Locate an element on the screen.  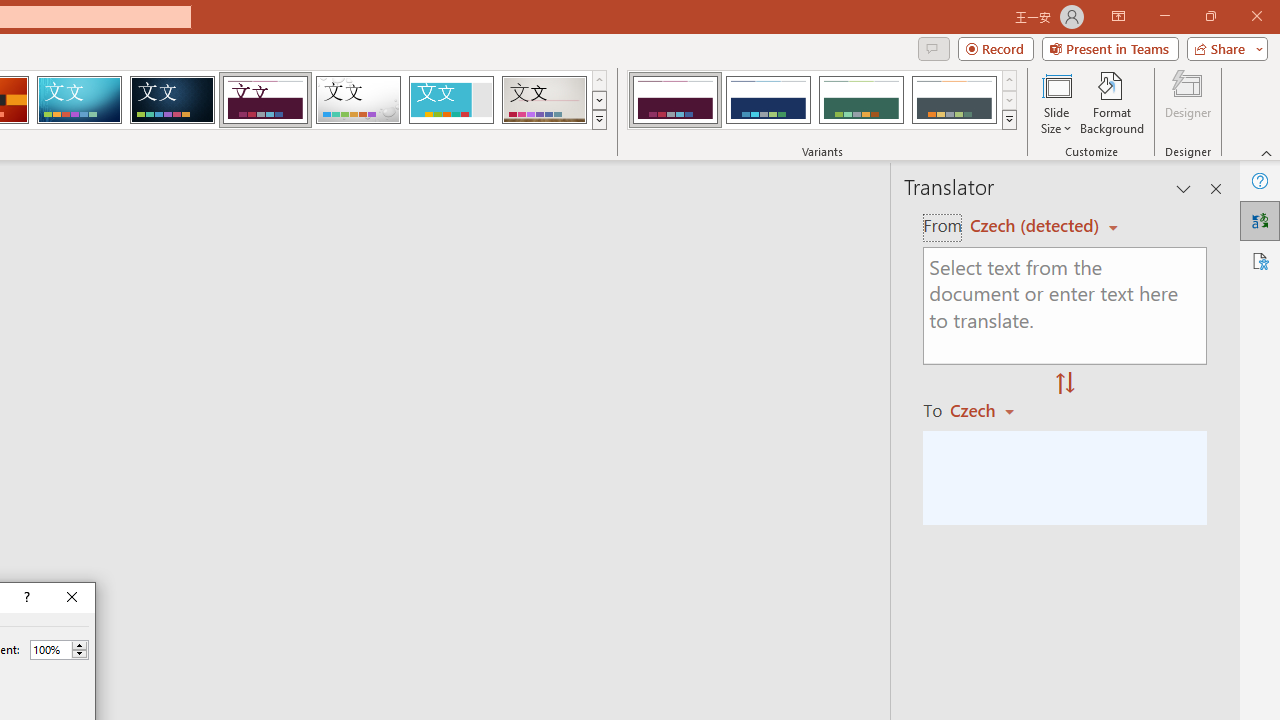
'Help' is located at coordinates (1259, 181).